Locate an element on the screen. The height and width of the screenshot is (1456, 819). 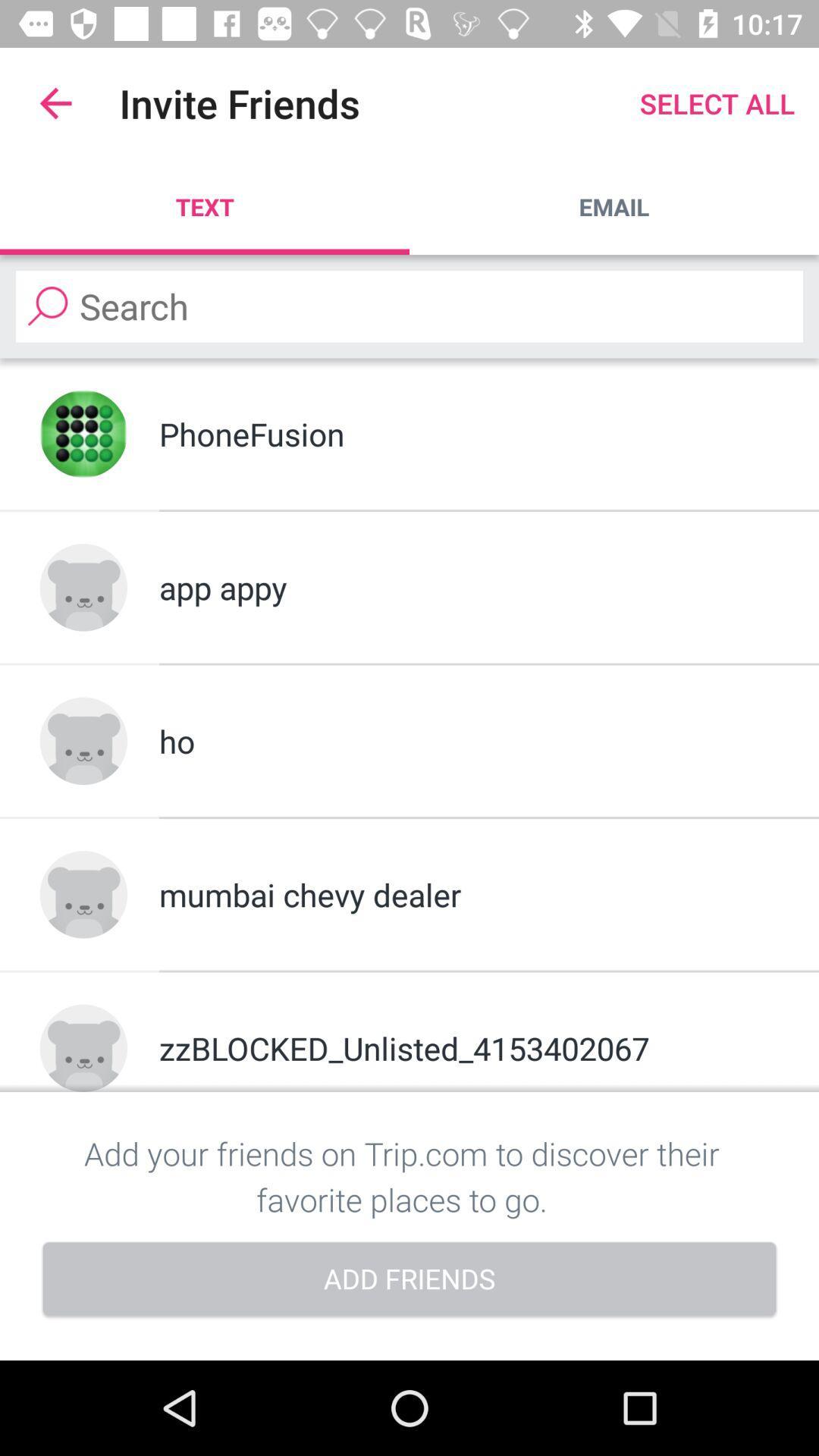
button right to the header text is located at coordinates (717, 103).